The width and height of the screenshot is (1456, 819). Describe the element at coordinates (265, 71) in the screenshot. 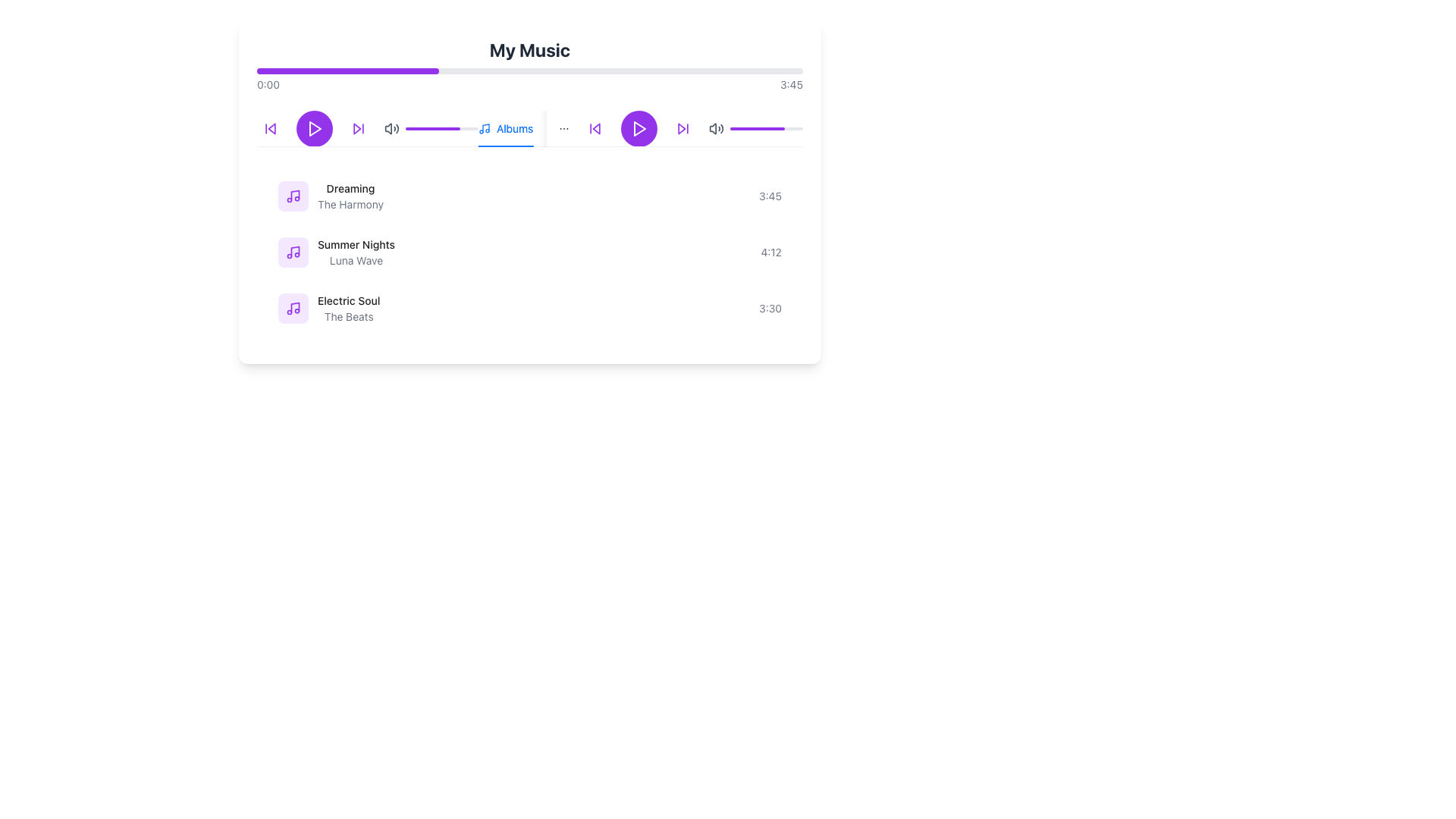

I see `the media progress` at that location.